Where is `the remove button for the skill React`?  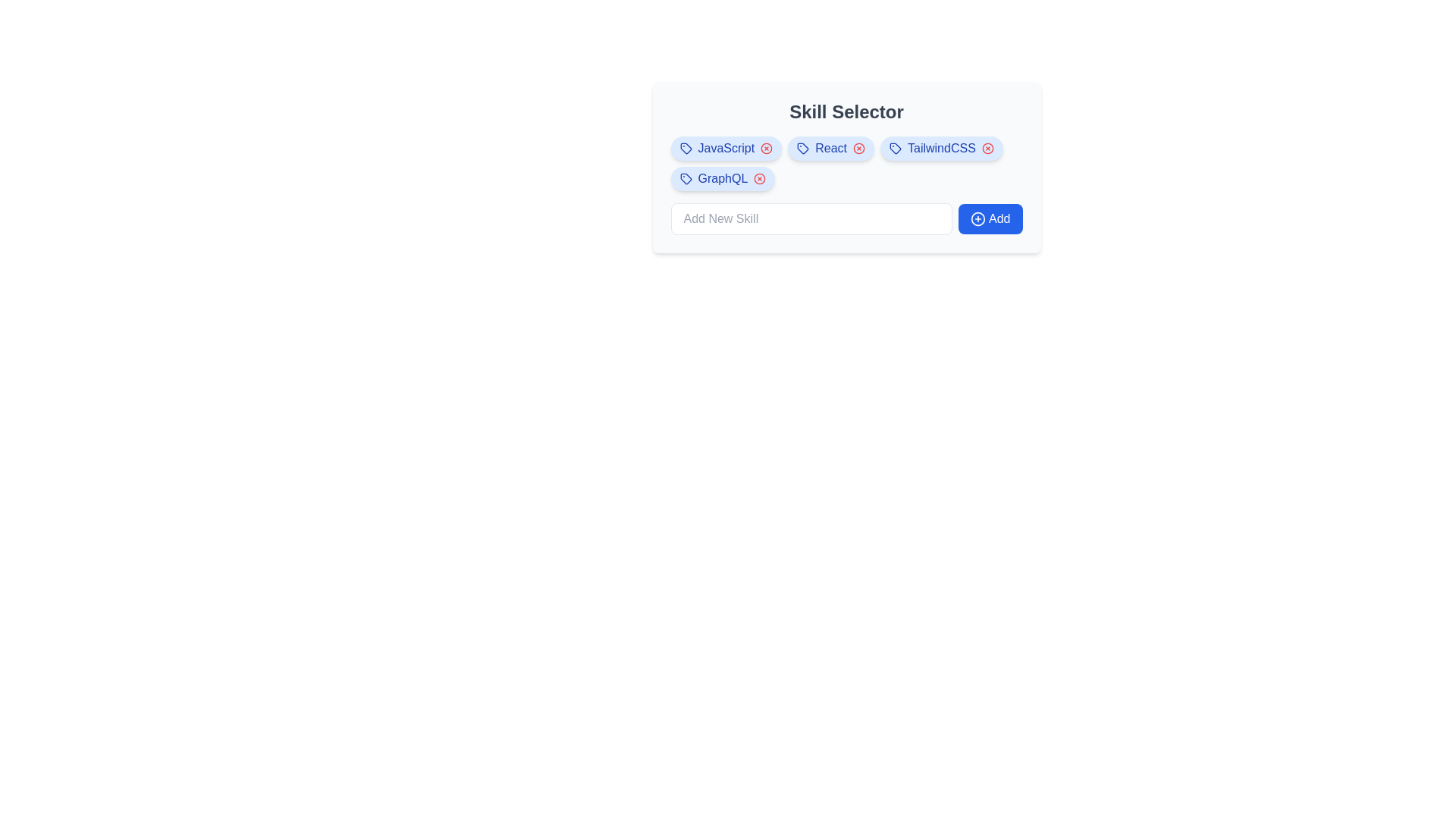 the remove button for the skill React is located at coordinates (858, 149).